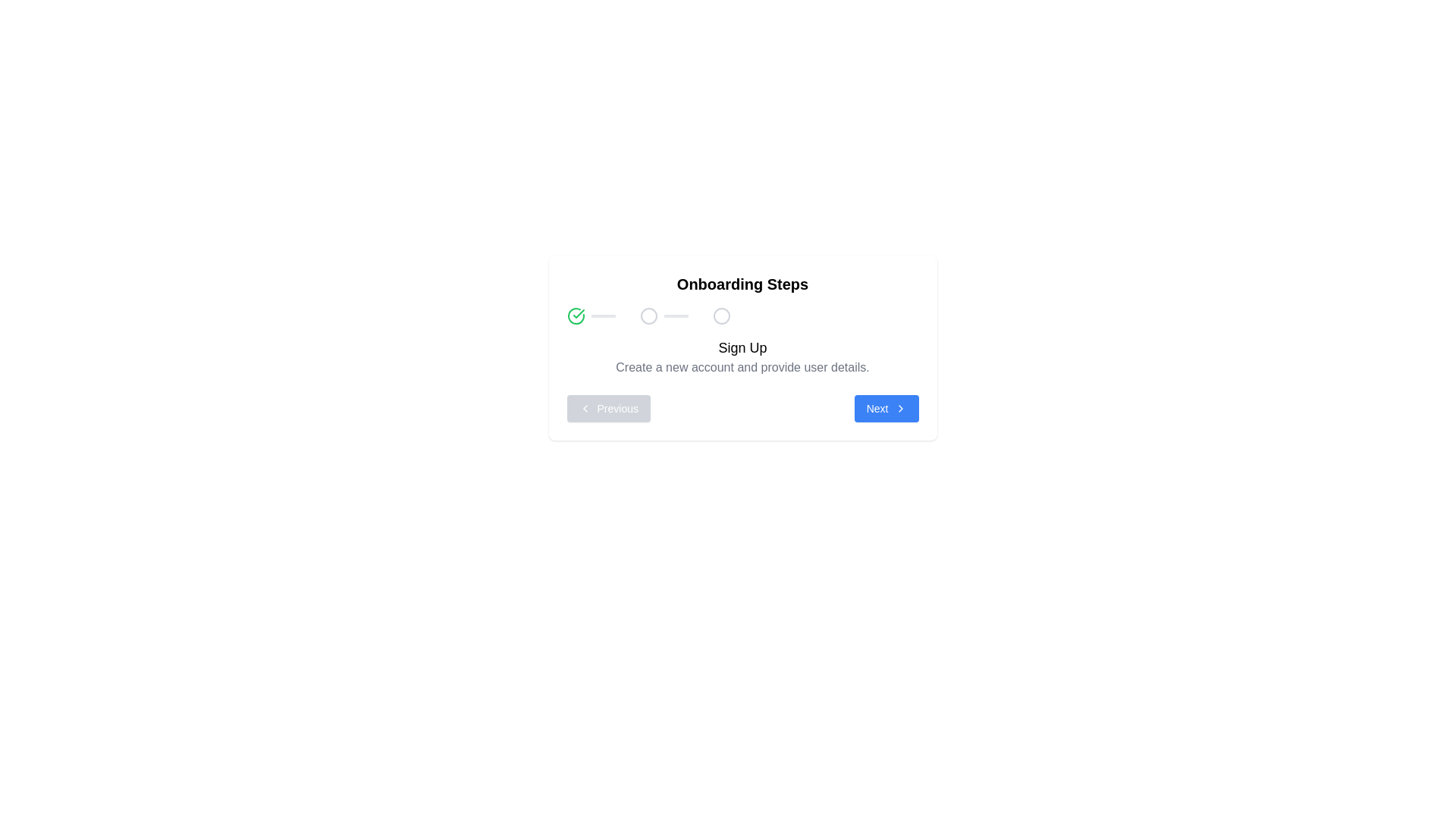  What do you see at coordinates (675, 315) in the screenshot?
I see `the Progress bar segment, which is a thin rectangular bar horizontally aligned, located between two circular icons in the multi-step onboarding panel` at bounding box center [675, 315].